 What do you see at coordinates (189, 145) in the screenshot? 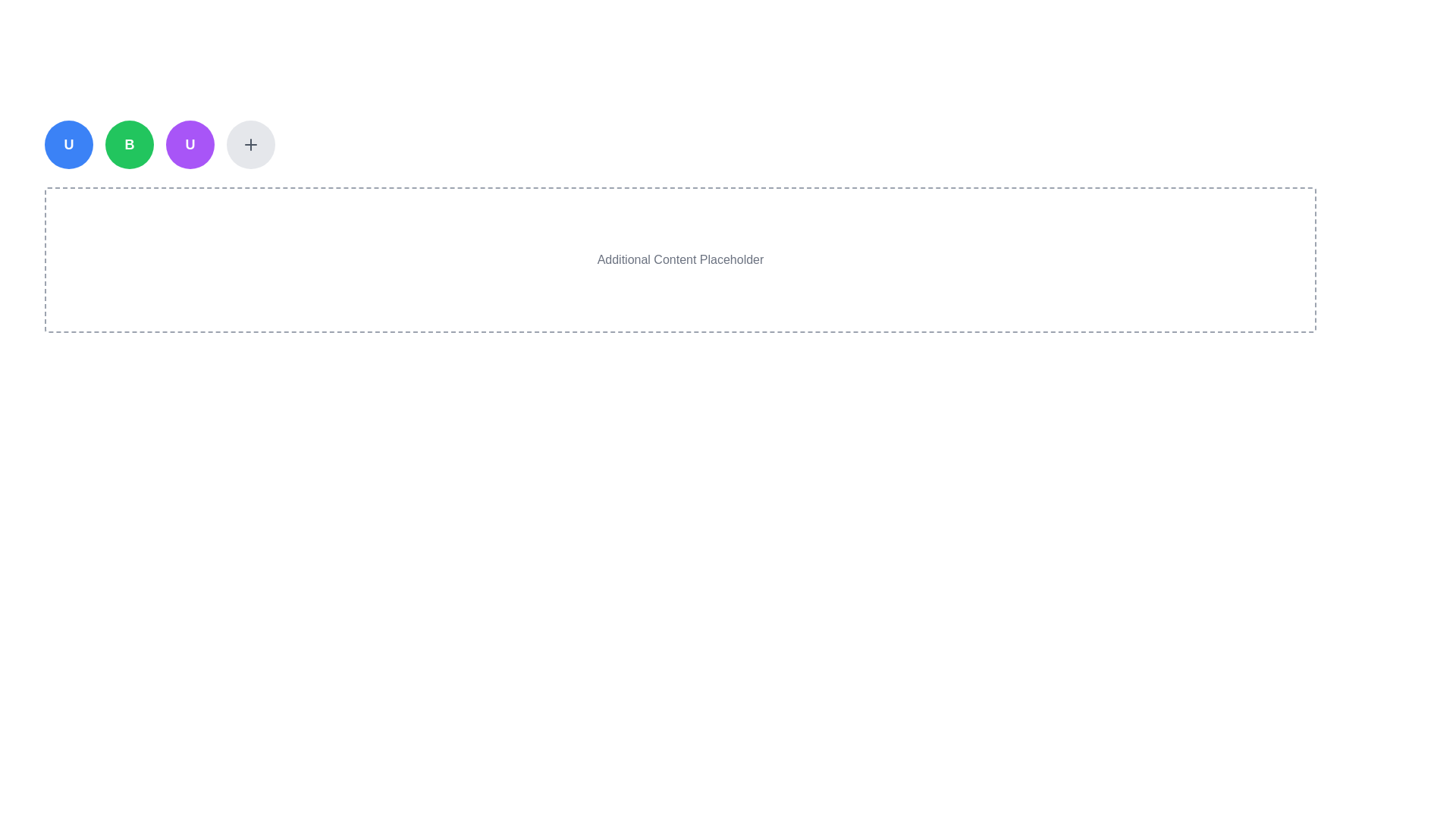
I see `the purple 'U' button, which is the third in a sequence of circular buttons` at bounding box center [189, 145].